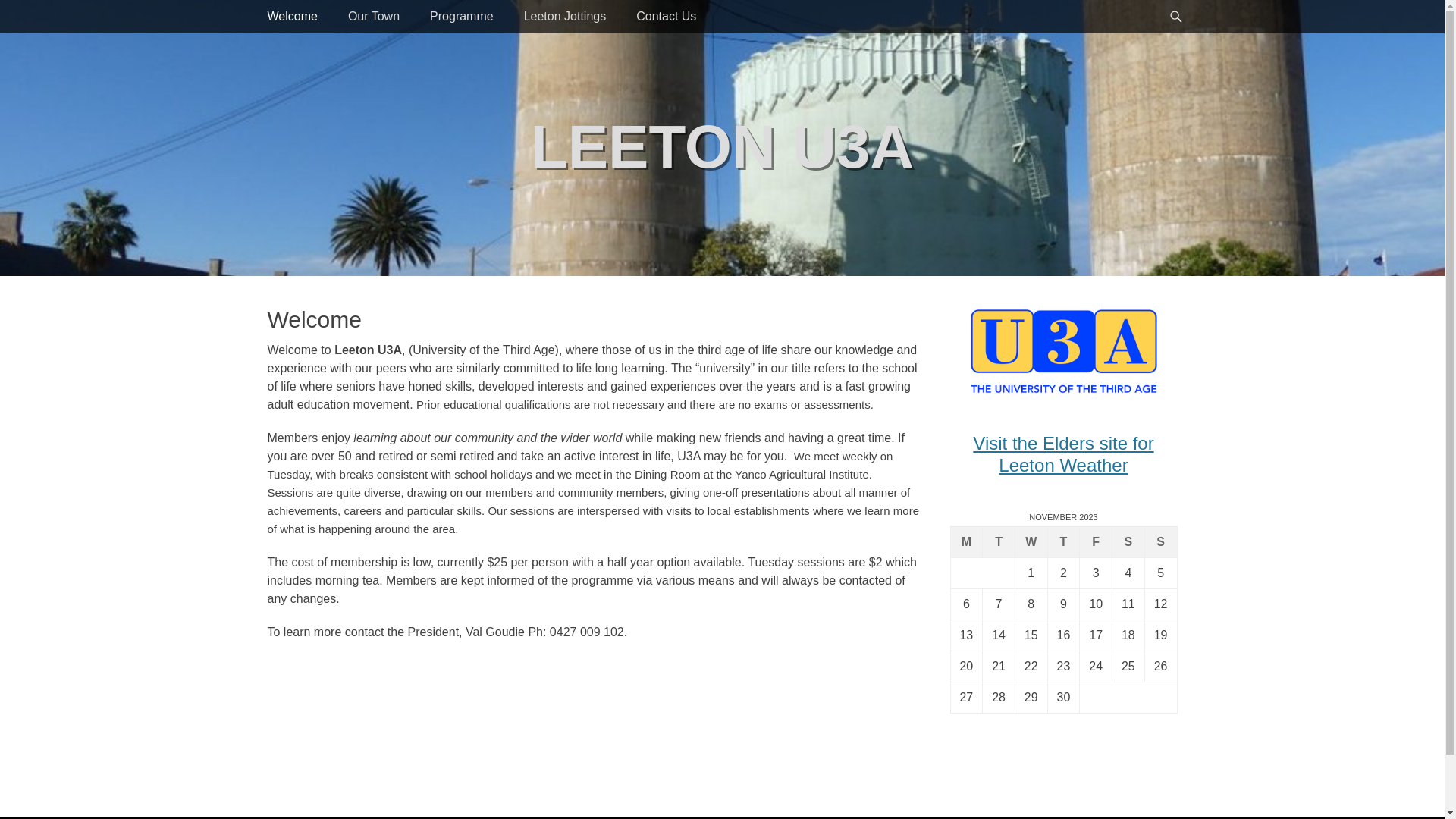  What do you see at coordinates (374, 17) in the screenshot?
I see `'Our Town'` at bounding box center [374, 17].